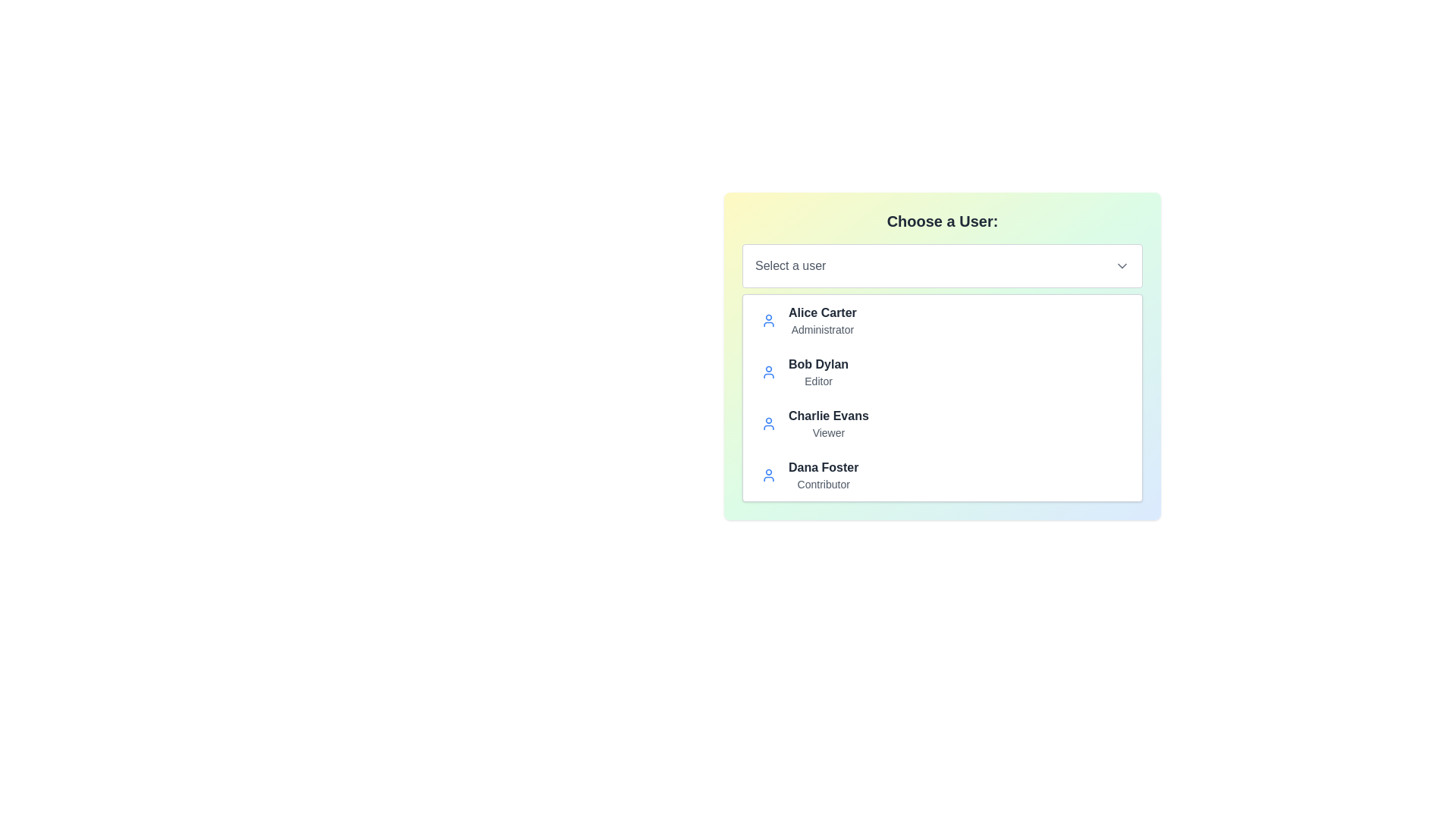  What do you see at coordinates (823, 475) in the screenshot?
I see `the selectable user entry labeled 'Dana Foster' in the dropdown list to assign the role 'Contributor'. This entry is the fourth in the list, located directly beneath 'Charlie Evans Viewer'` at bounding box center [823, 475].